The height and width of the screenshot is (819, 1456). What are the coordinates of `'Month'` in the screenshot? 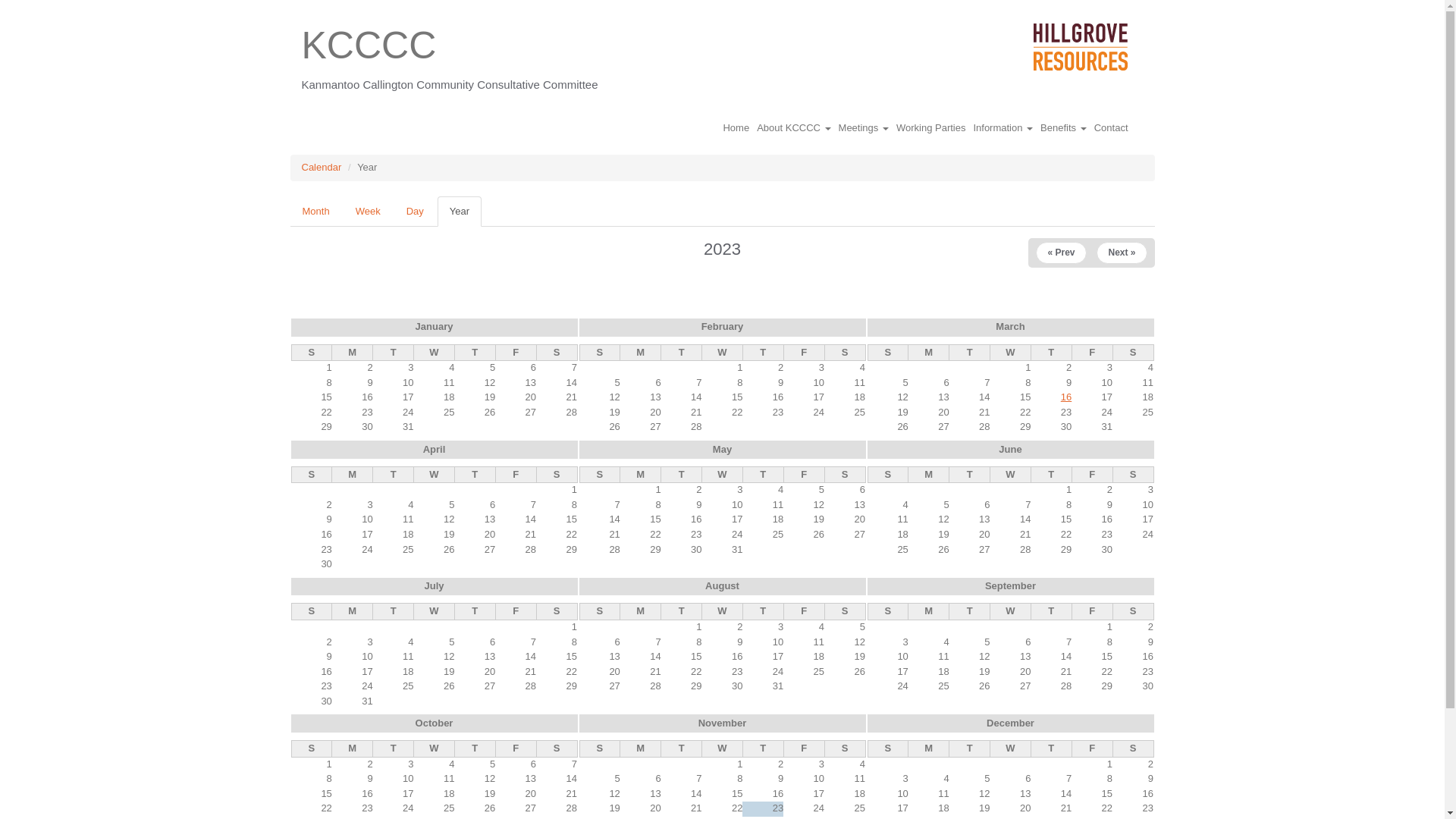 It's located at (290, 212).